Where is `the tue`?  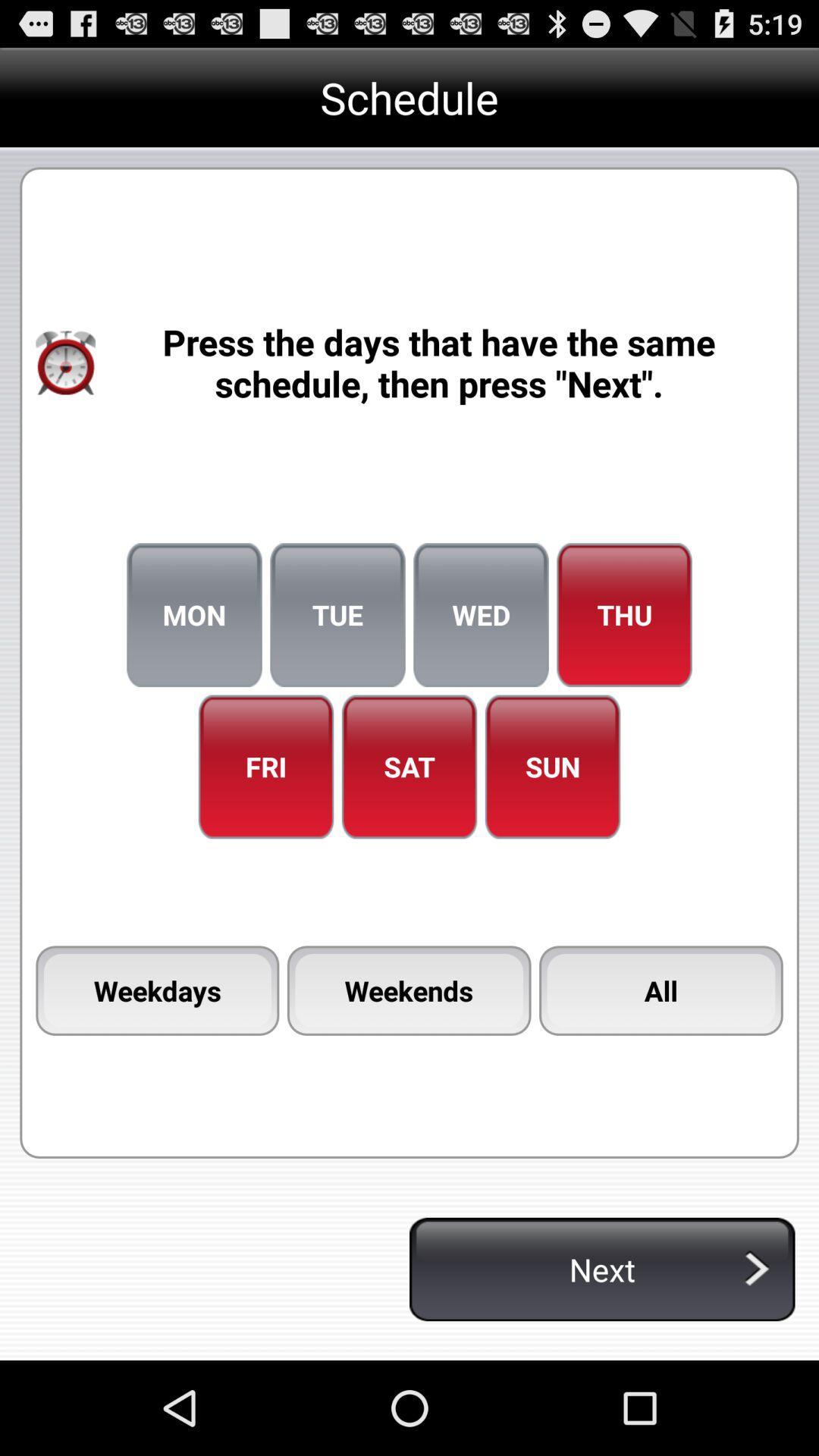 the tue is located at coordinates (337, 615).